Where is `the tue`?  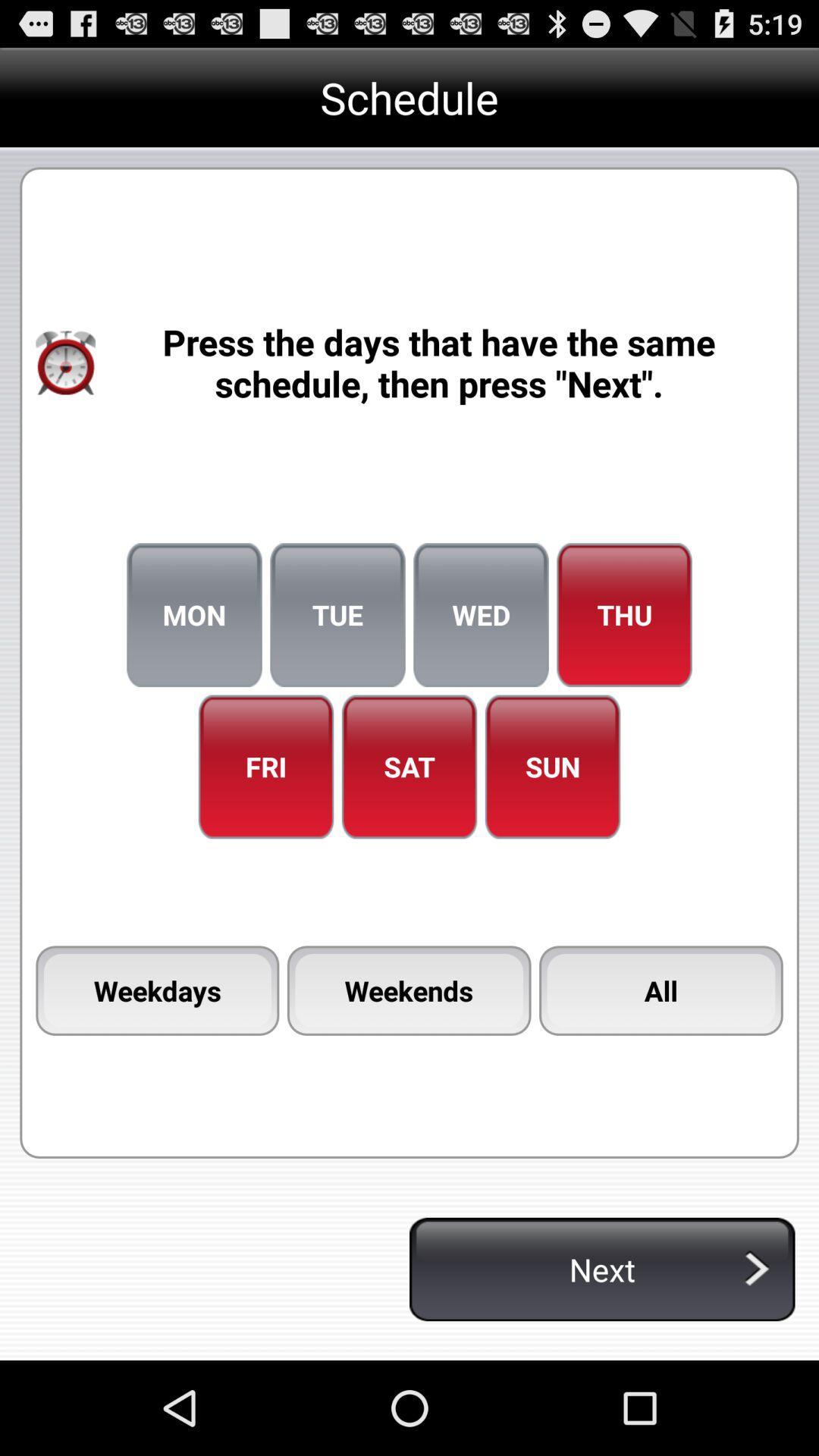 the tue is located at coordinates (337, 615).